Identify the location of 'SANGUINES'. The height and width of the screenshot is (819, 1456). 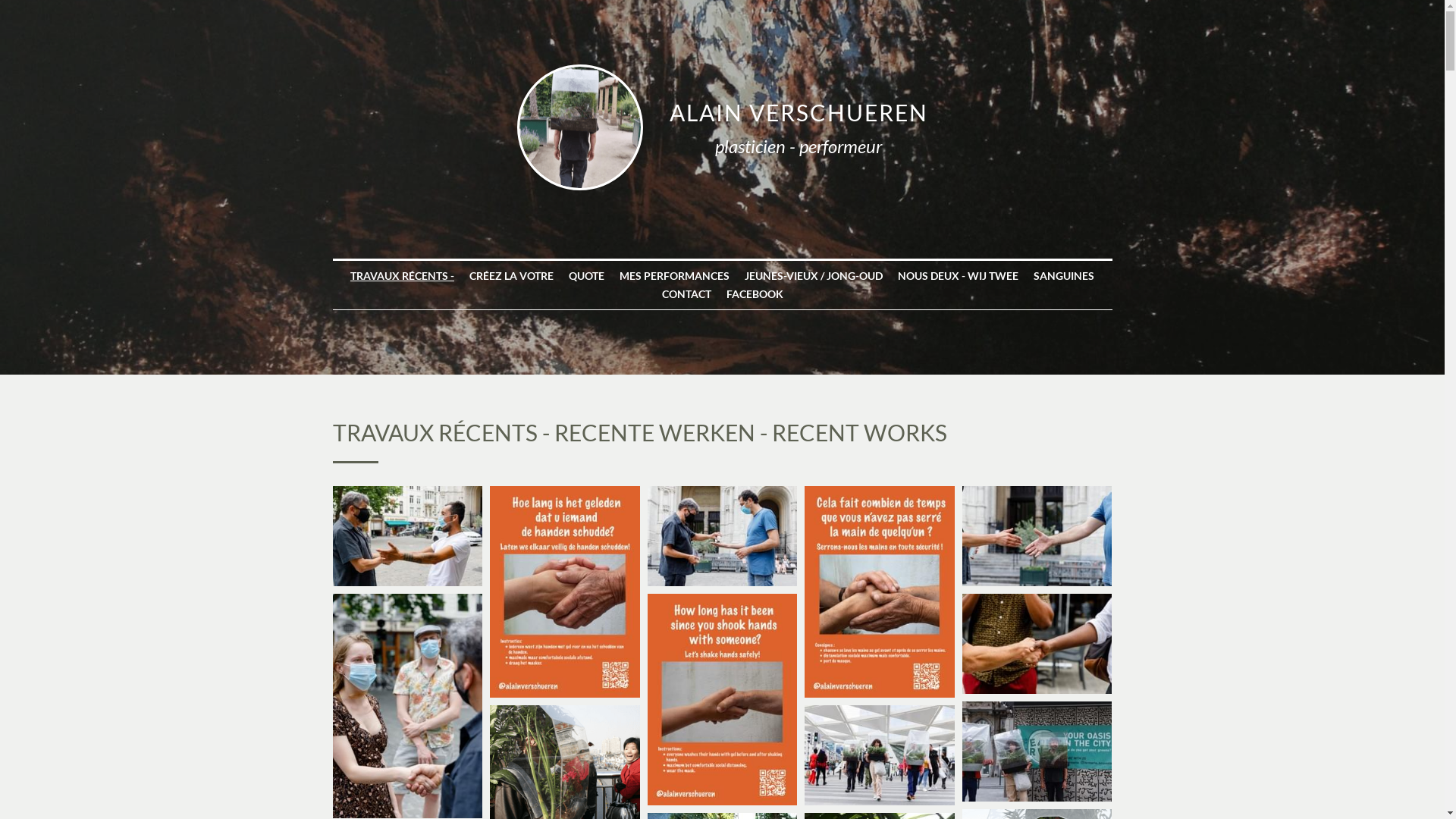
(1062, 275).